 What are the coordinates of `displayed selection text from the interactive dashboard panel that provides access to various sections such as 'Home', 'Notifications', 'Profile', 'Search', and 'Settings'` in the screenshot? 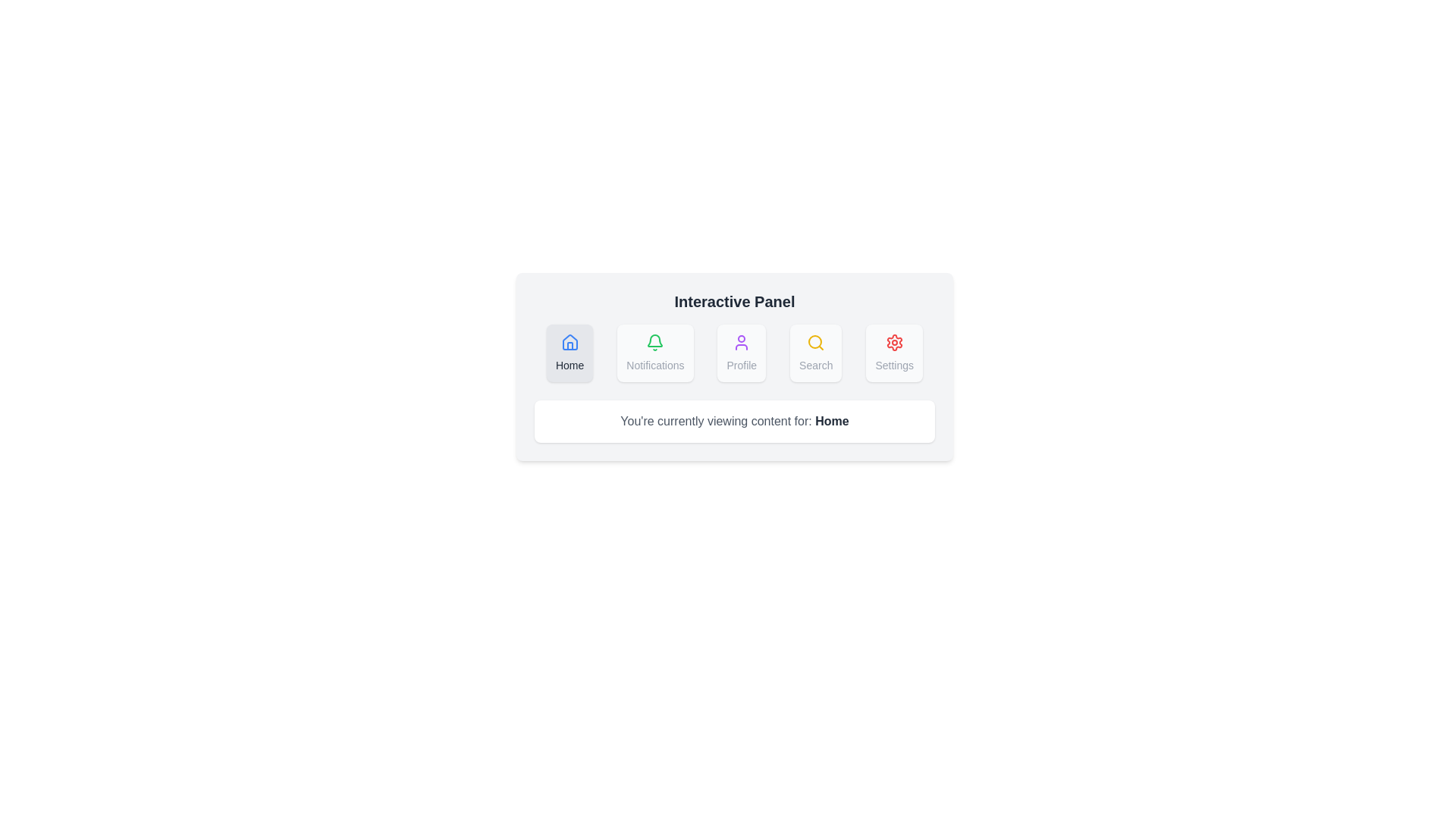 It's located at (735, 366).